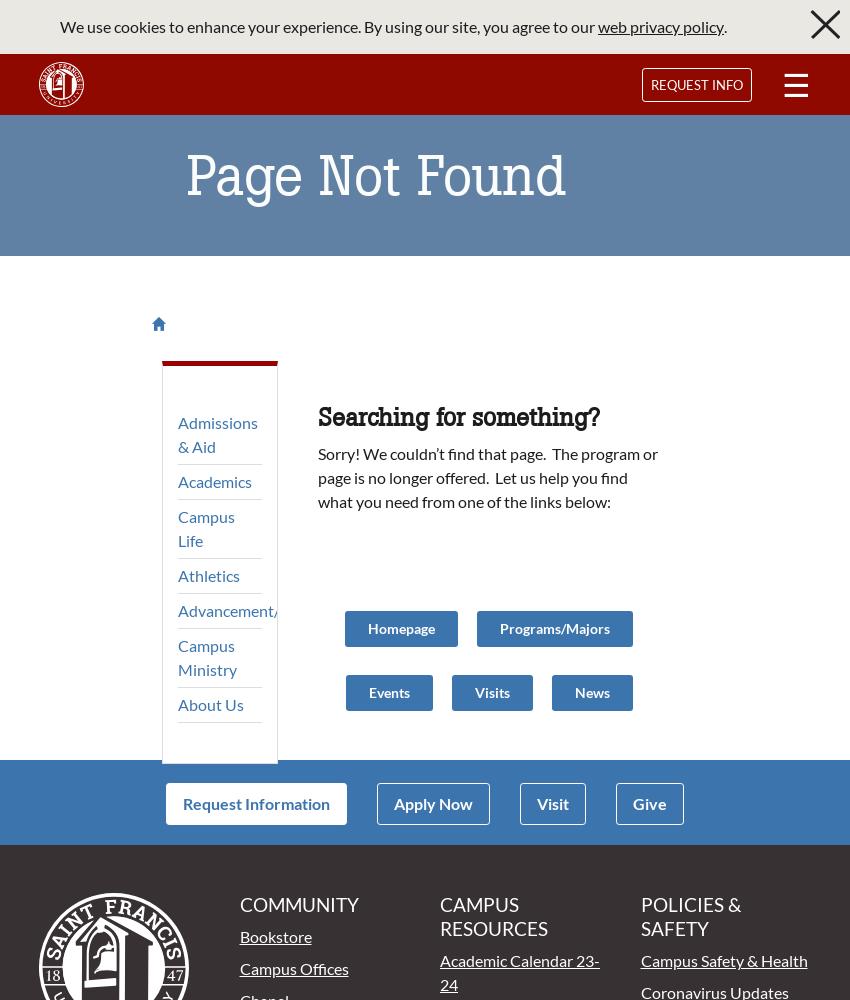  What do you see at coordinates (329, 26) in the screenshot?
I see `'We use cookies to enhance your experience. By using our site, you agree to our'` at bounding box center [329, 26].